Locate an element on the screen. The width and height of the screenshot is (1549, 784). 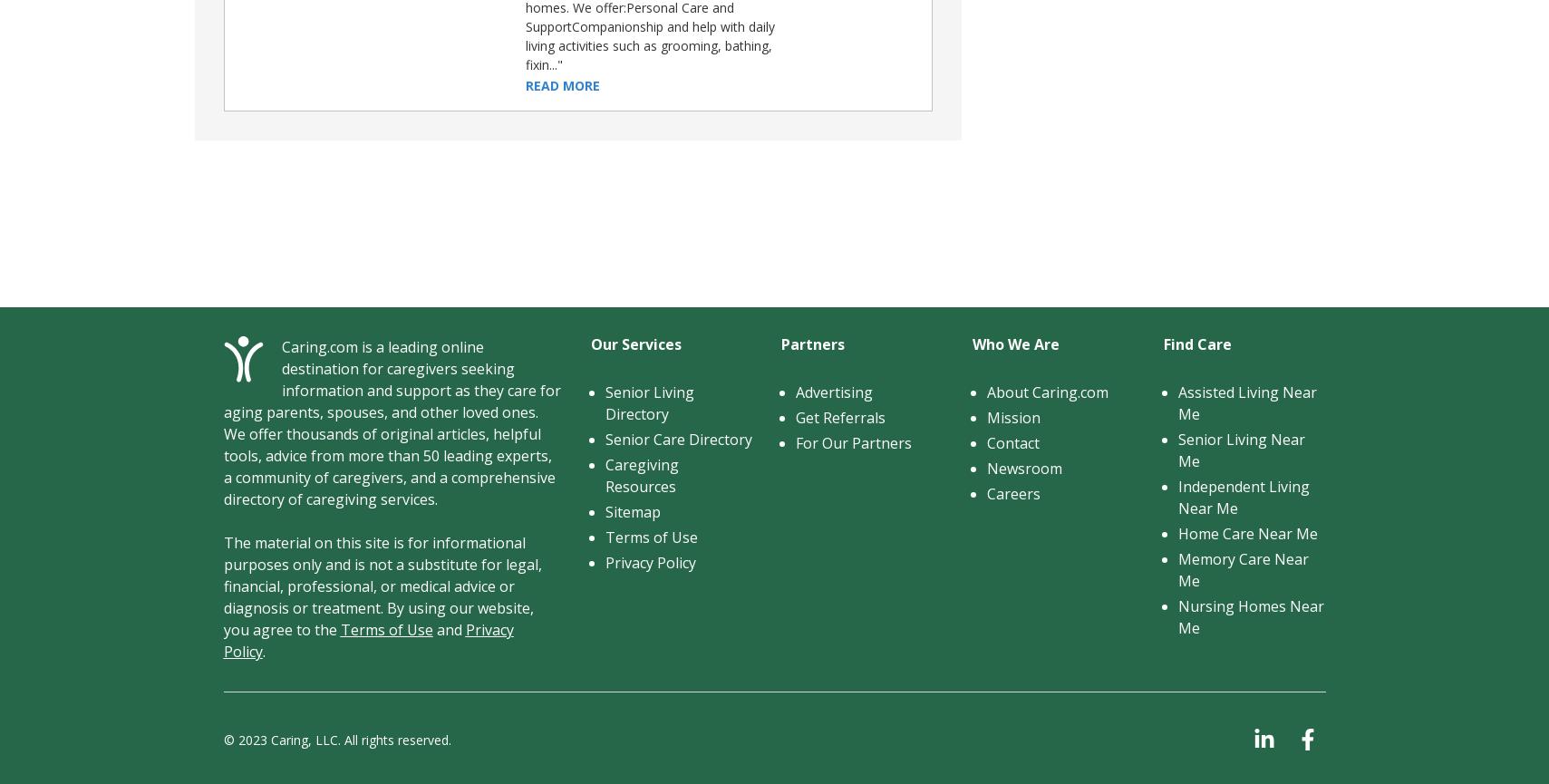
'Memory Care Near Me' is located at coordinates (1242, 570).